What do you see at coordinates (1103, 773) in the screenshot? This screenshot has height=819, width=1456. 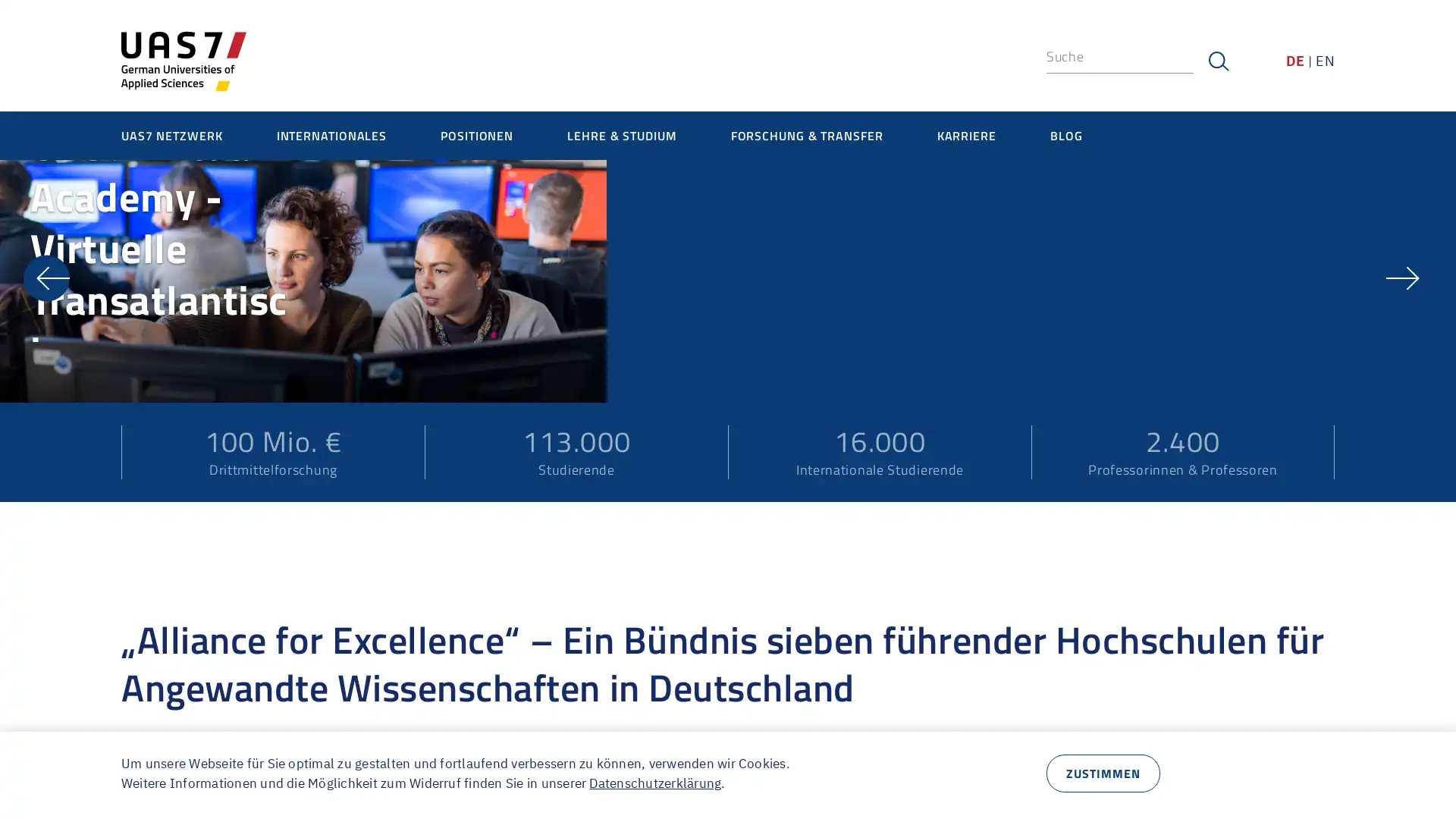 I see `ZUSTIMMEN` at bounding box center [1103, 773].